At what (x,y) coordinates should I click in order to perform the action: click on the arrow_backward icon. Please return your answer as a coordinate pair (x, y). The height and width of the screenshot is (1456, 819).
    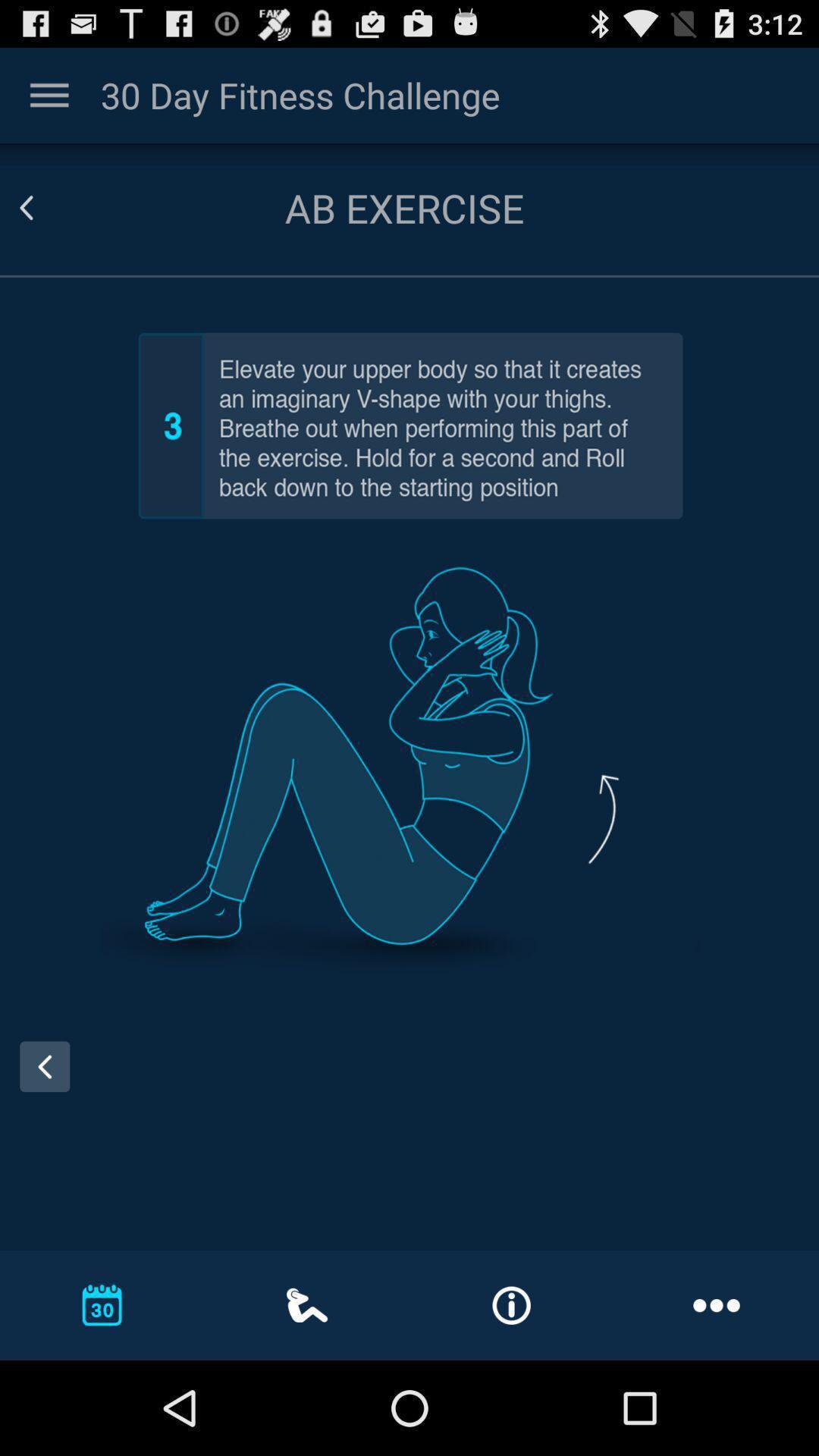
    Looking at the image, I should click on (44, 1141).